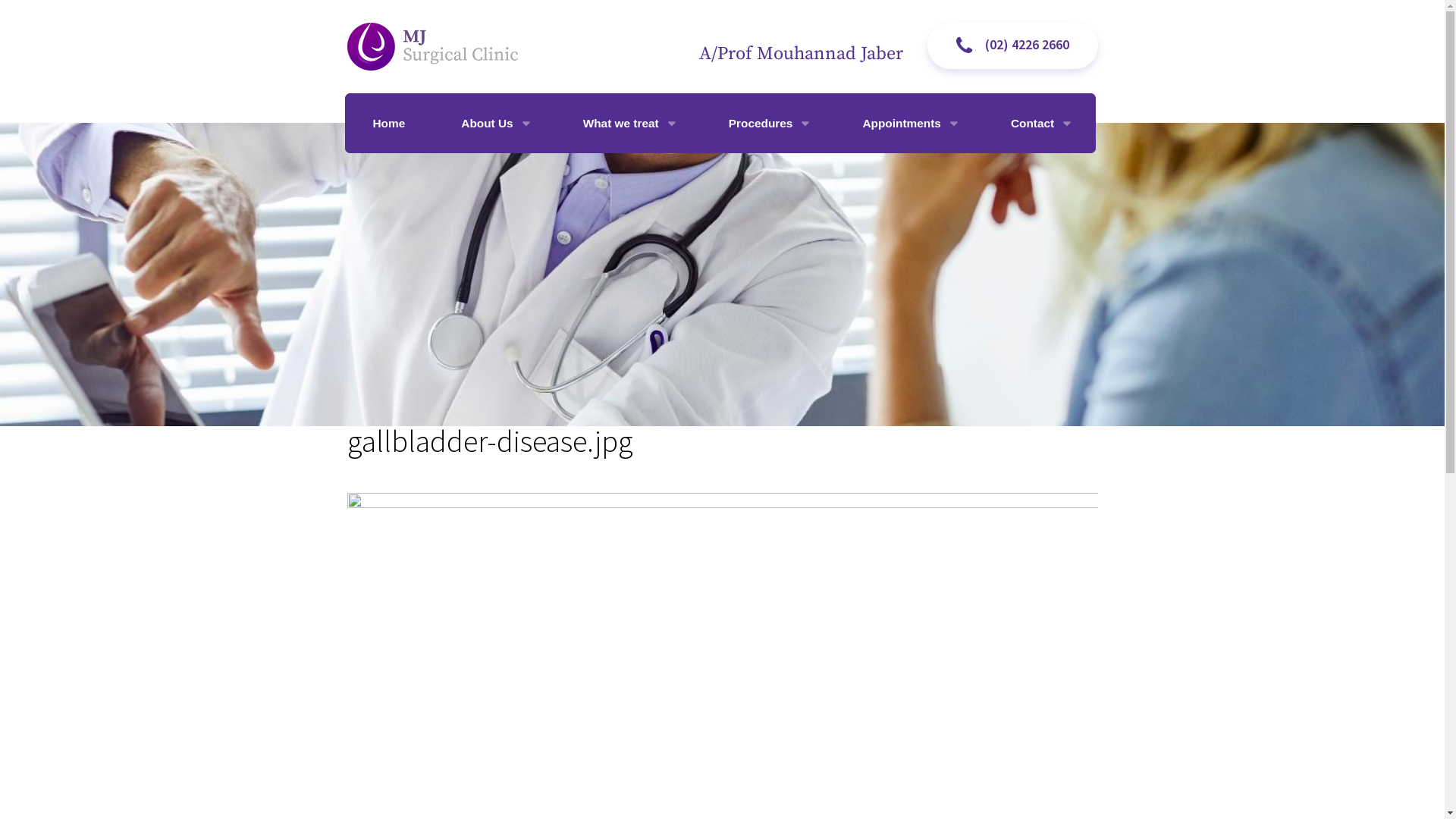 This screenshot has width=1456, height=819. Describe the element at coordinates (63, 0) in the screenshot. I see `'Skip to main content'` at that location.